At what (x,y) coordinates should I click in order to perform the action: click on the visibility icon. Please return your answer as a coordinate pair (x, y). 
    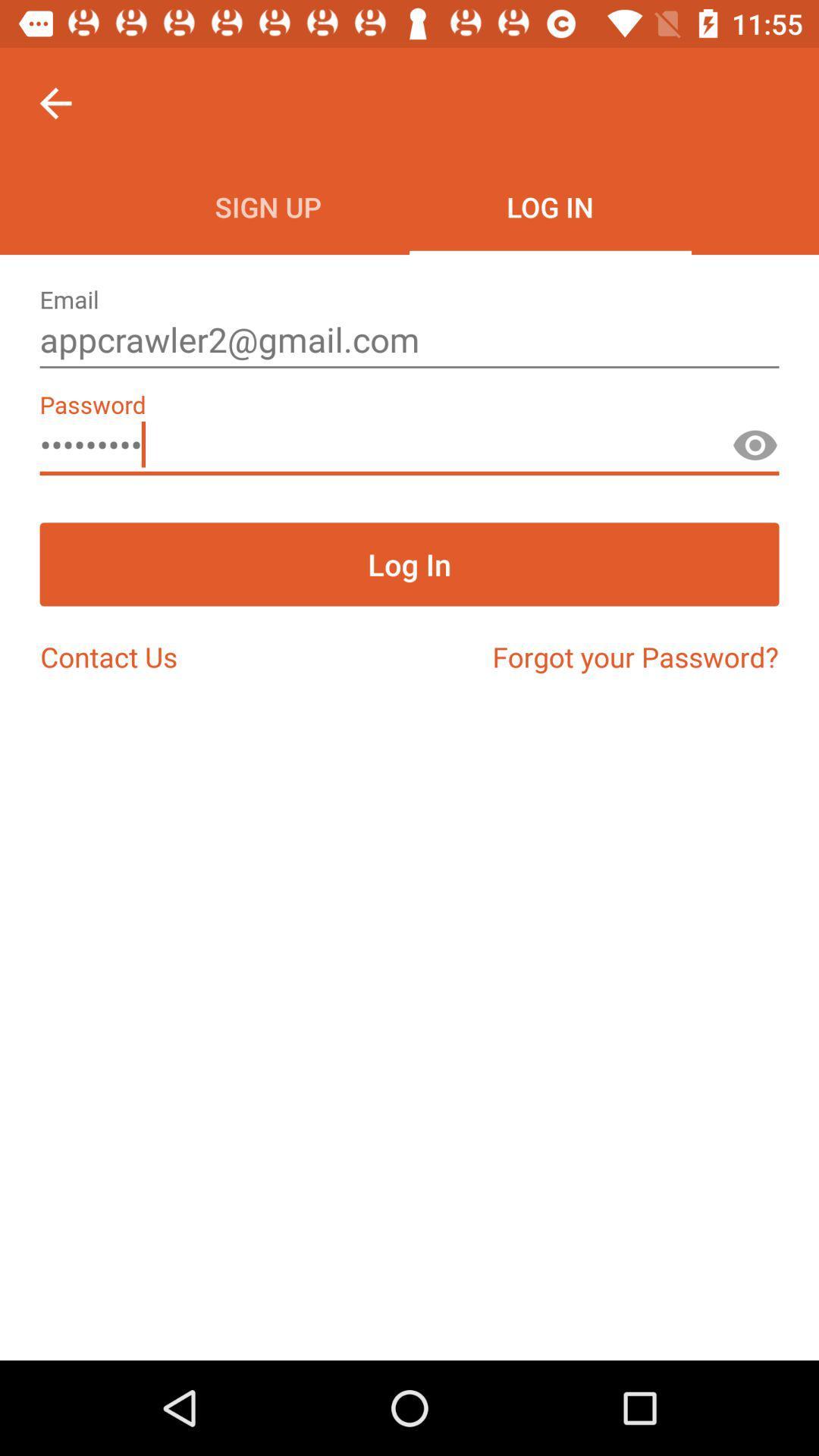
    Looking at the image, I should click on (755, 451).